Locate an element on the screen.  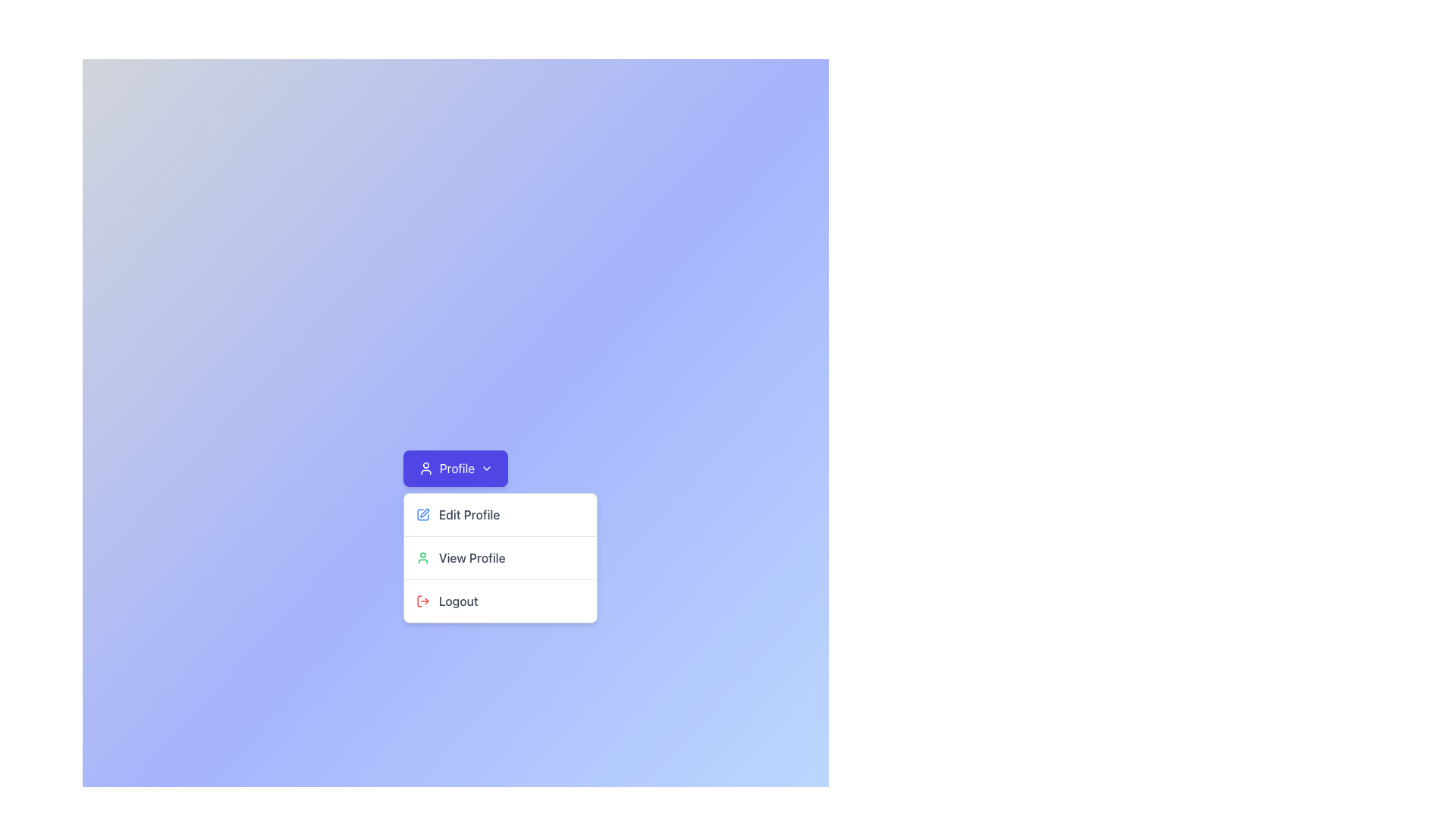
the logout text label in the dropdown menu, which is positioned below the 'View Profile' item and next to a red log-out icon is located at coordinates (457, 601).